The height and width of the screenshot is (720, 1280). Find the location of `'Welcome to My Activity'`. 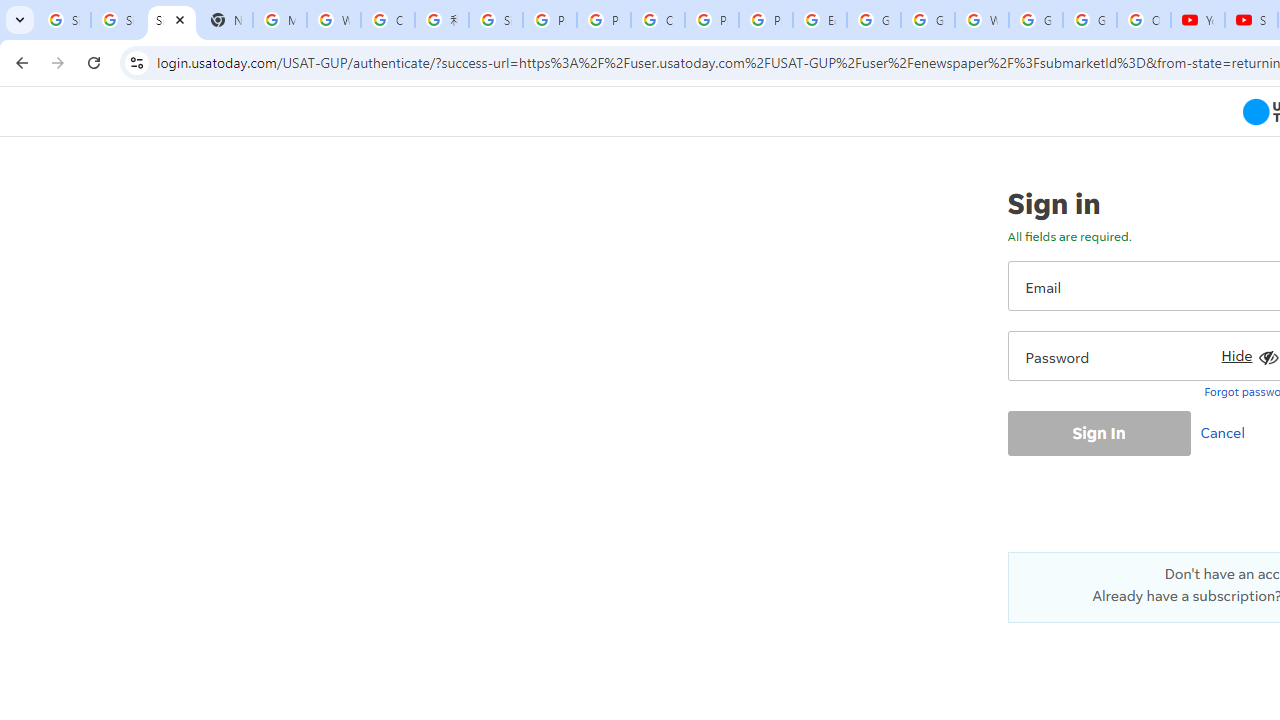

'Welcome to My Activity' is located at coordinates (981, 20).